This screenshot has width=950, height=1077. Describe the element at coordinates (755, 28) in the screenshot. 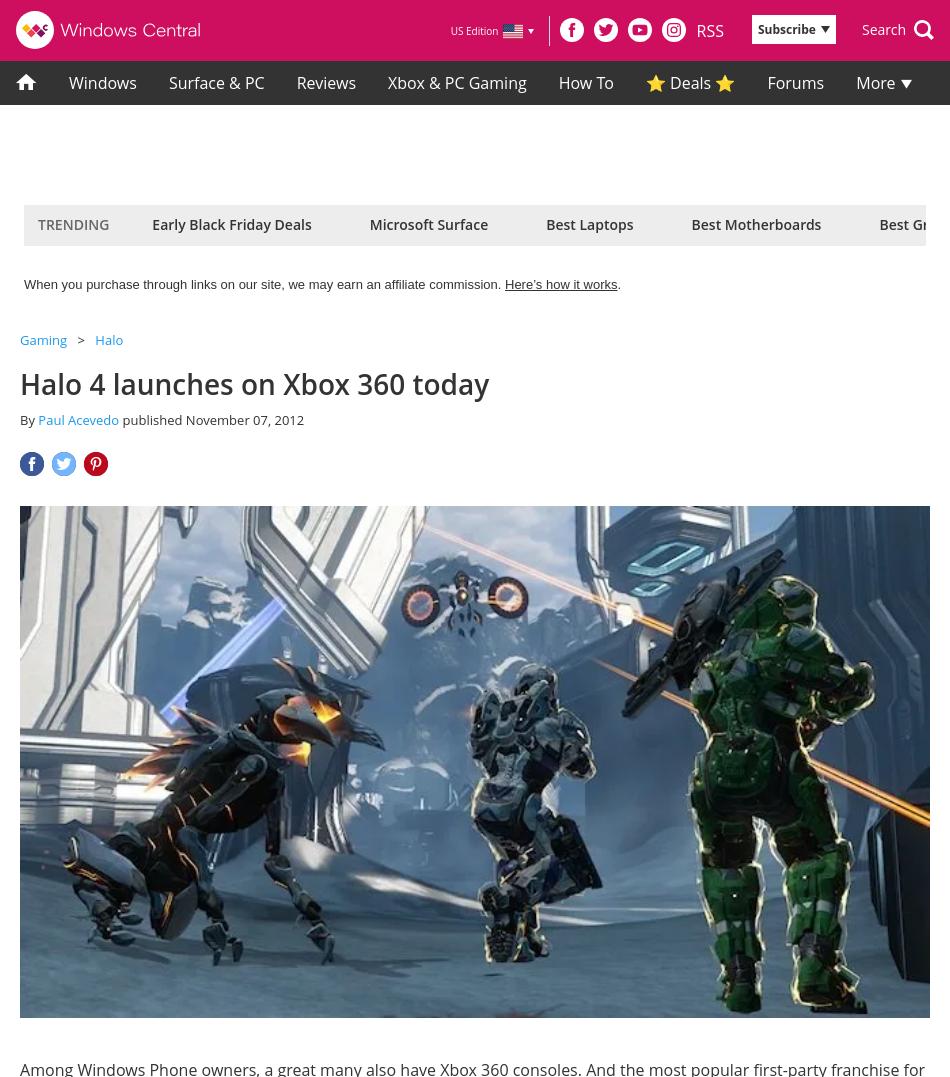

I see `'Subscribe'` at that location.